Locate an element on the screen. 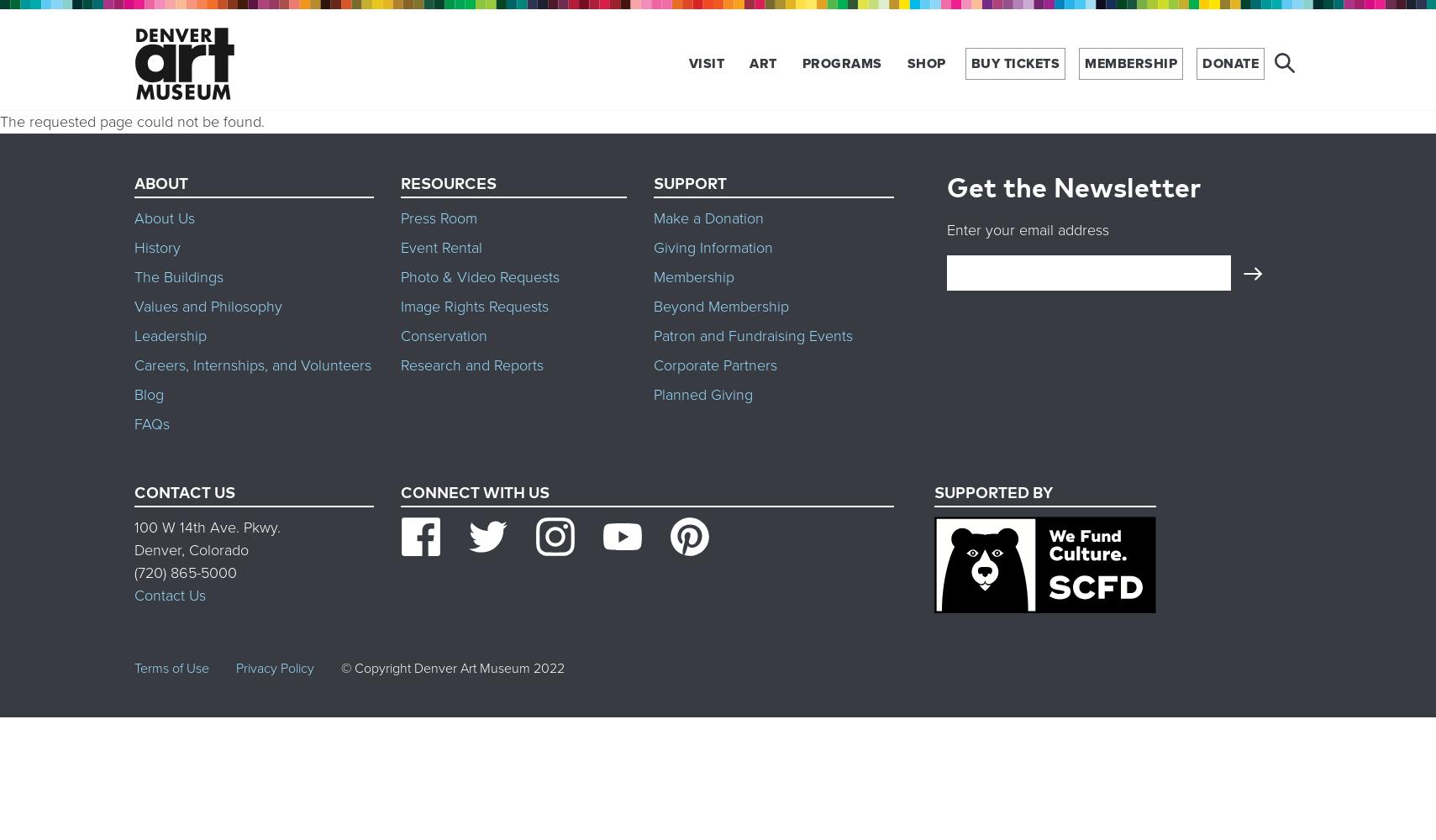 This screenshot has height=840, width=1436. 'Event Rental' is located at coordinates (440, 247).